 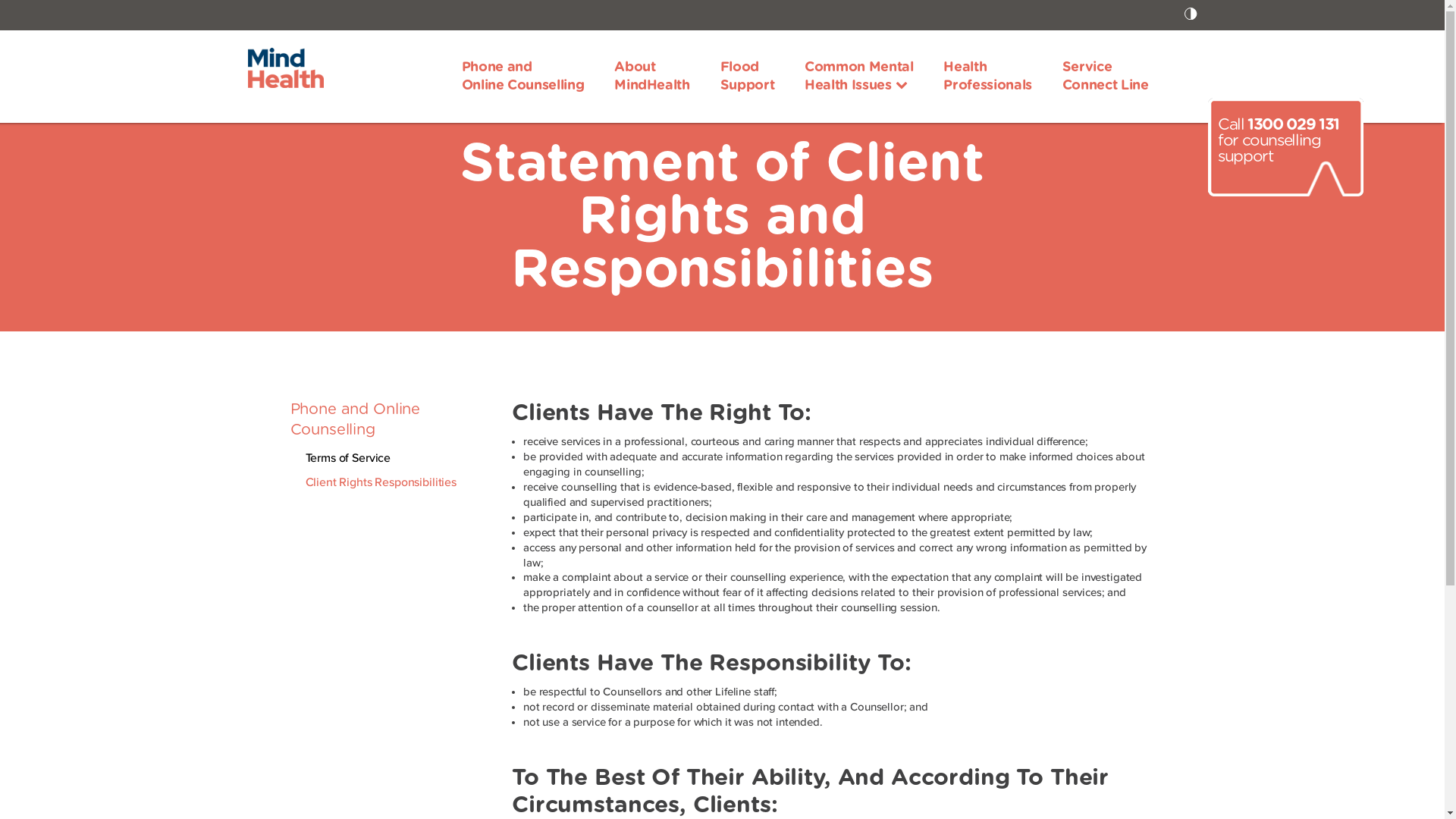 What do you see at coordinates (1106, 77) in the screenshot?
I see `'Service` at bounding box center [1106, 77].